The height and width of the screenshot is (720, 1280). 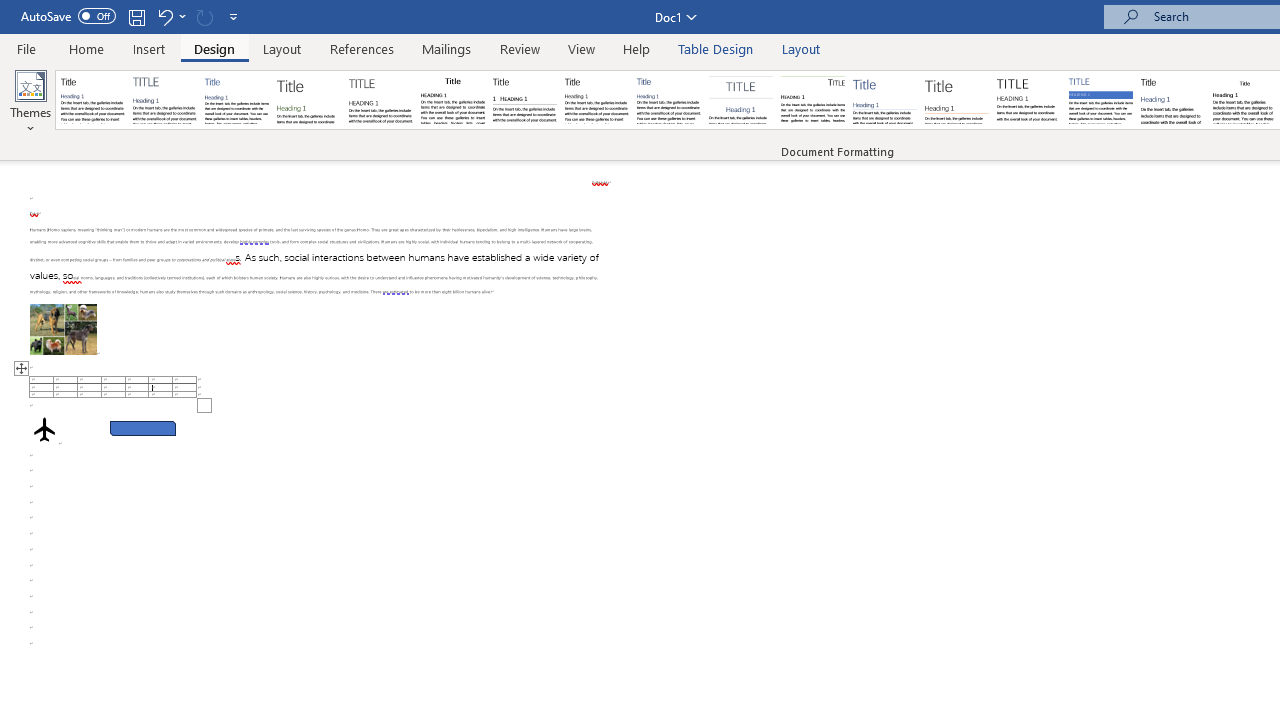 What do you see at coordinates (1099, 100) in the screenshot?
I see `'Shaded'` at bounding box center [1099, 100].